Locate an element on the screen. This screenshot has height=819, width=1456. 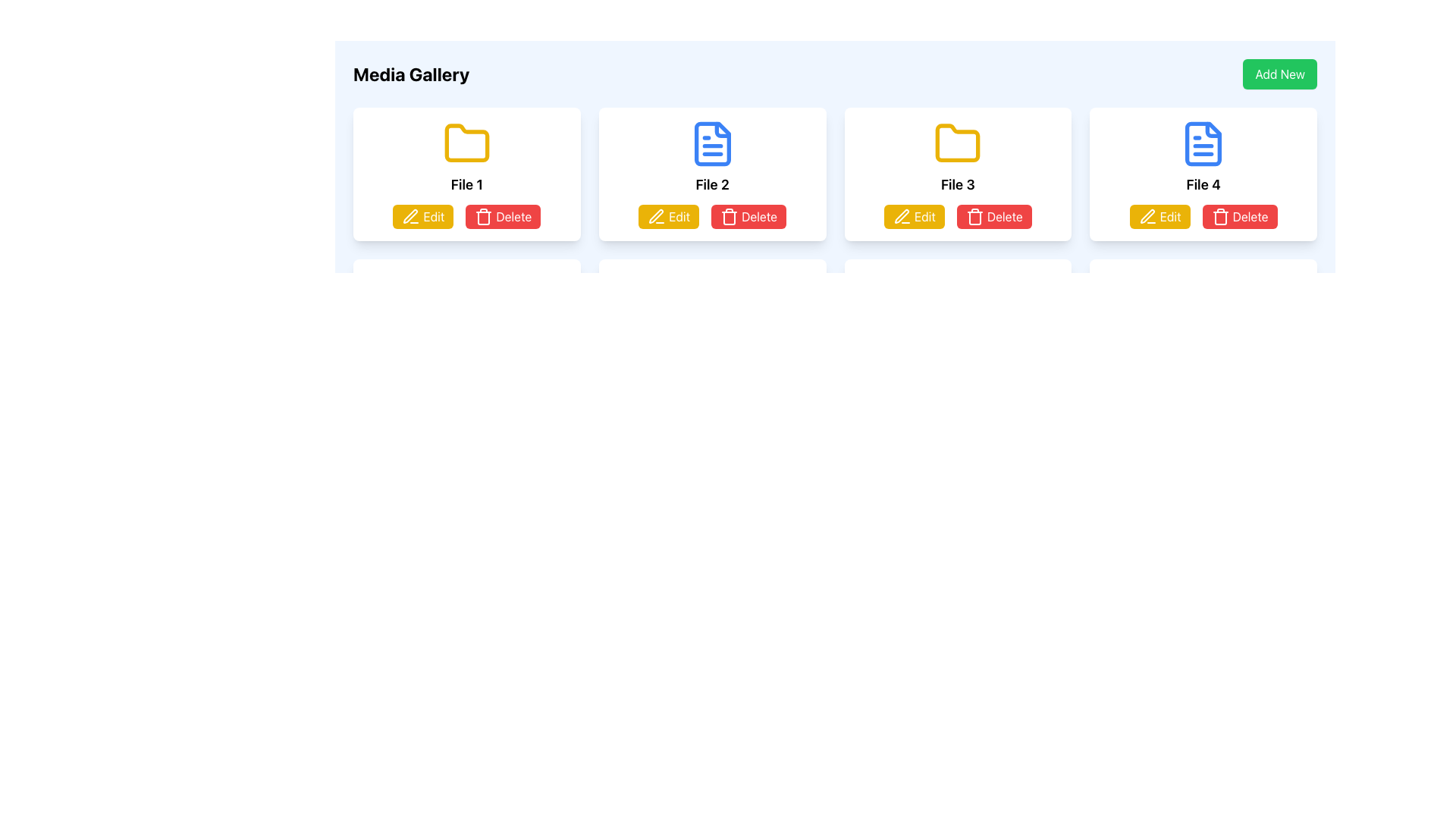
the edit button for 'File 4' to trigger the hover effect is located at coordinates (1159, 216).